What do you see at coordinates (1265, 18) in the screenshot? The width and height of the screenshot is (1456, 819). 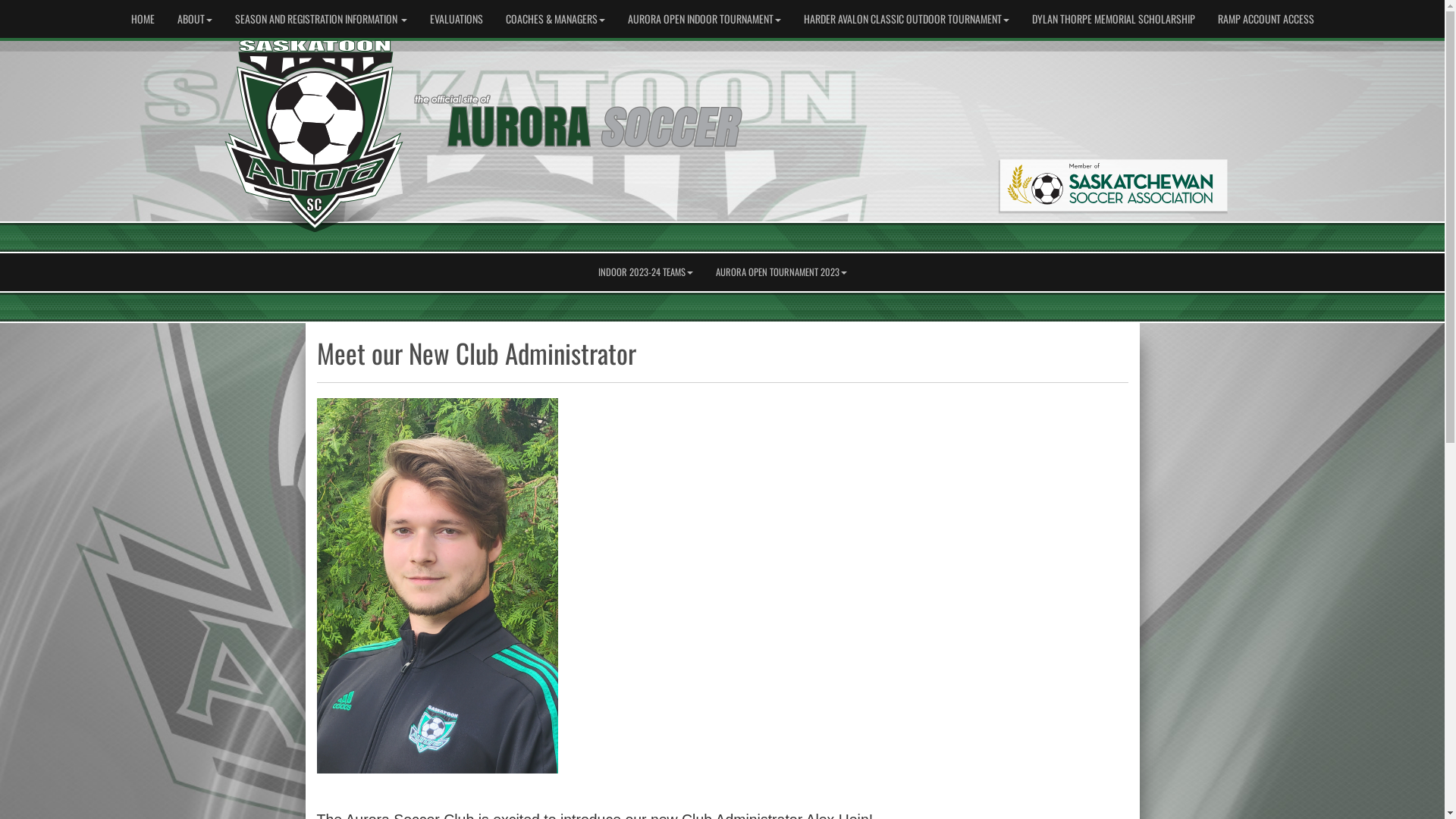 I see `'RAMP ACCOUNT ACCESS'` at bounding box center [1265, 18].